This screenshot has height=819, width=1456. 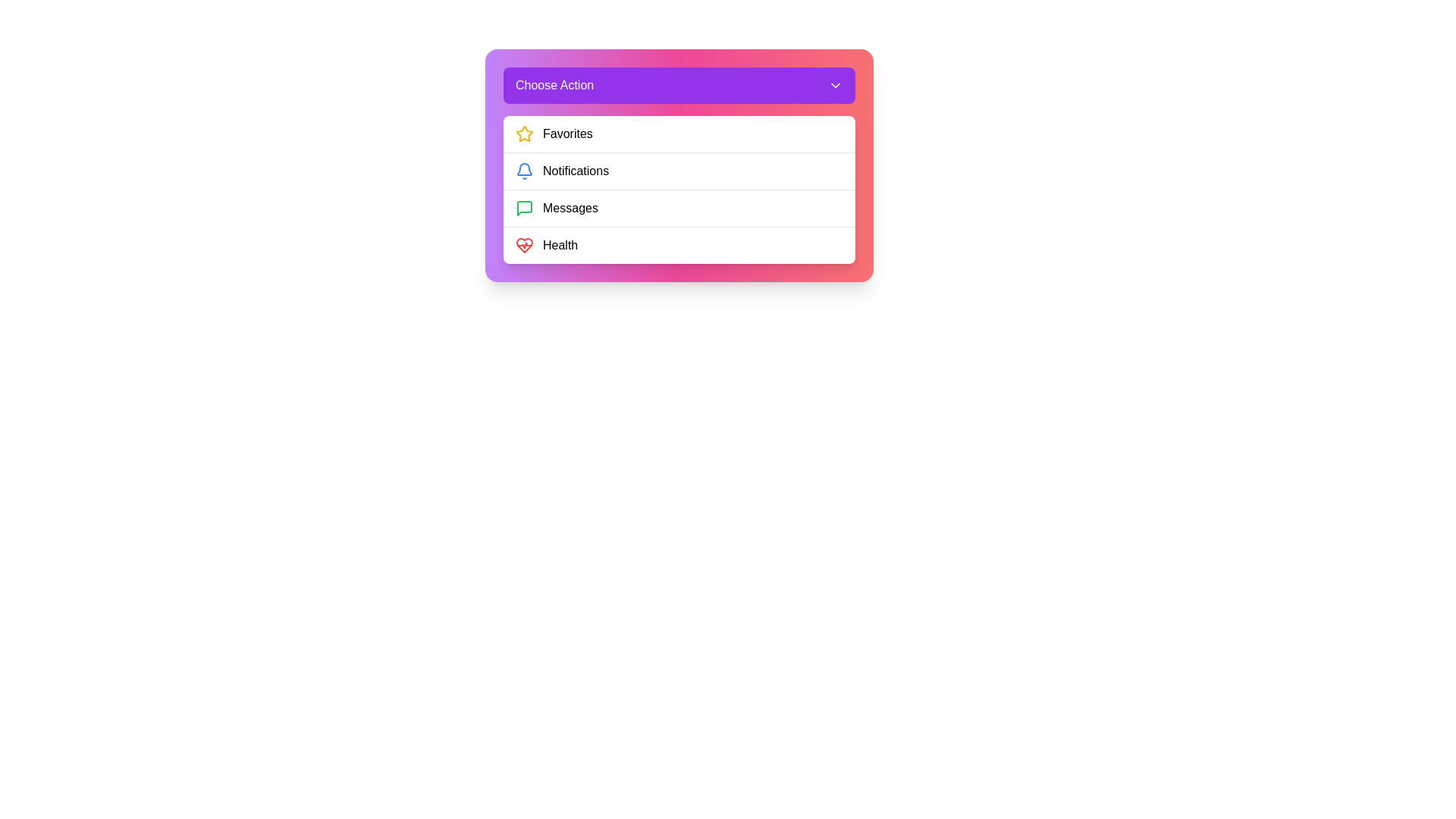 What do you see at coordinates (524, 133) in the screenshot?
I see `the yellow star icon with a hollow center located in the dropdown menu next to the 'Favorites' option` at bounding box center [524, 133].